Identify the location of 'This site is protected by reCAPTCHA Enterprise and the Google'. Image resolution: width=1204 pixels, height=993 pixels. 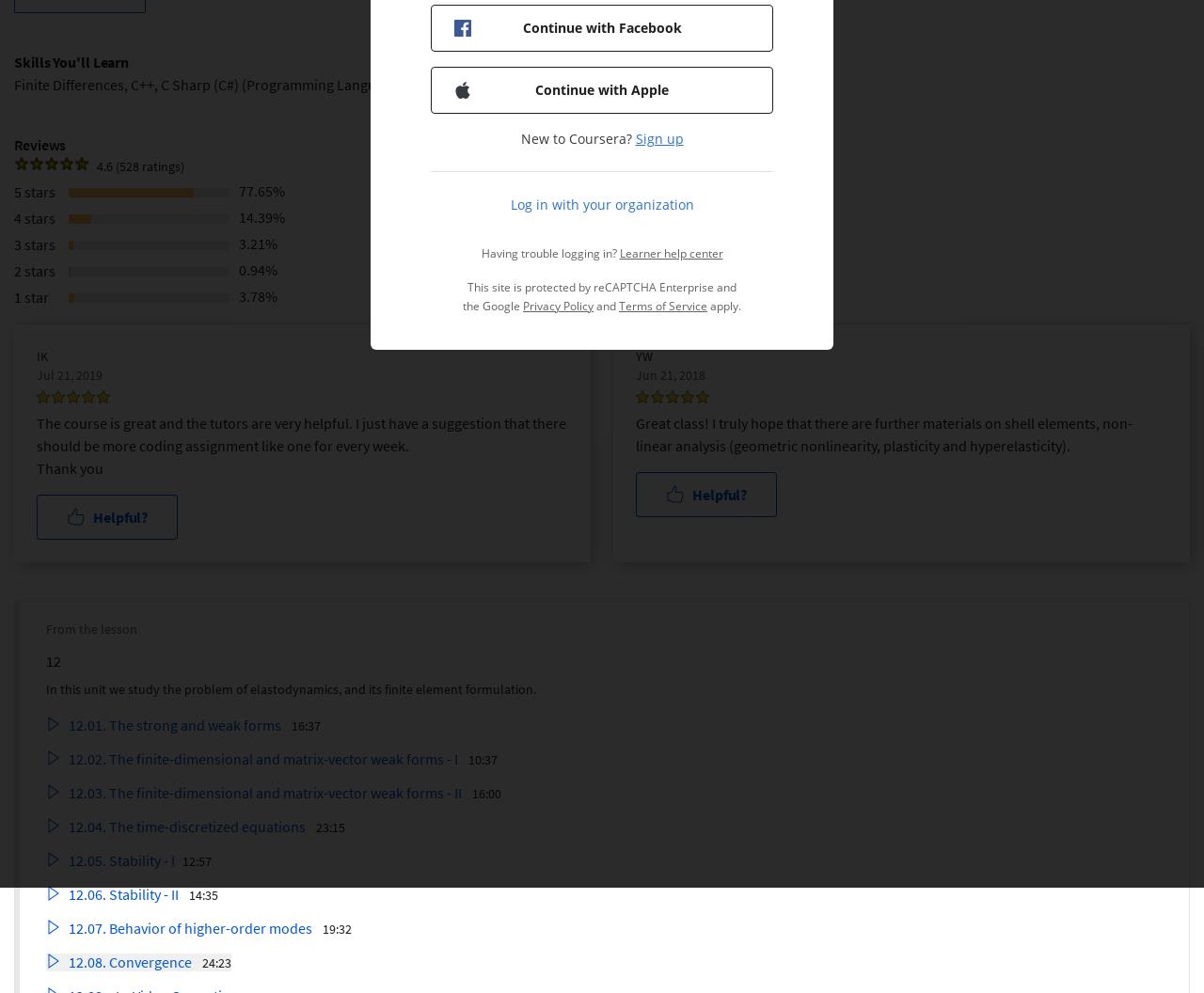
(463, 296).